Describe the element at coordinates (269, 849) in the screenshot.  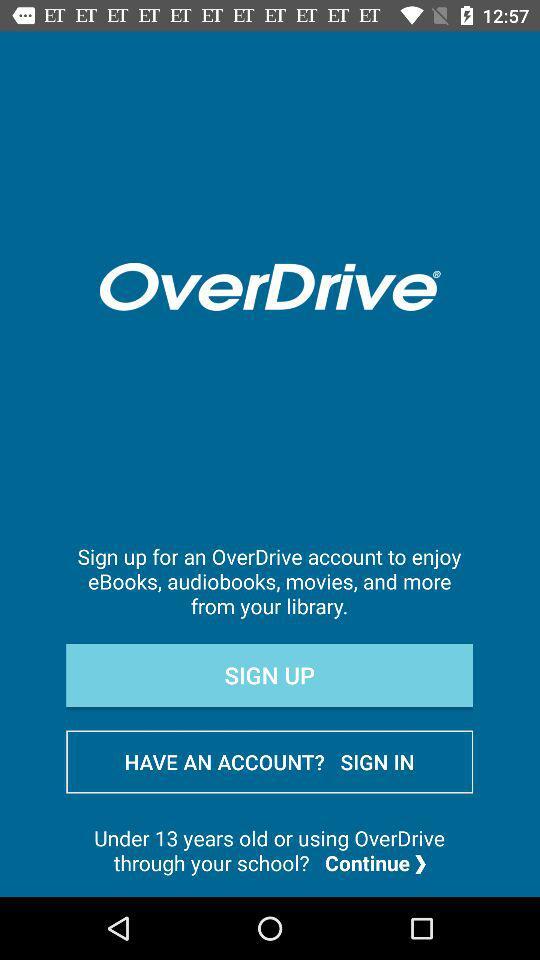
I see `under 13 years item` at that location.